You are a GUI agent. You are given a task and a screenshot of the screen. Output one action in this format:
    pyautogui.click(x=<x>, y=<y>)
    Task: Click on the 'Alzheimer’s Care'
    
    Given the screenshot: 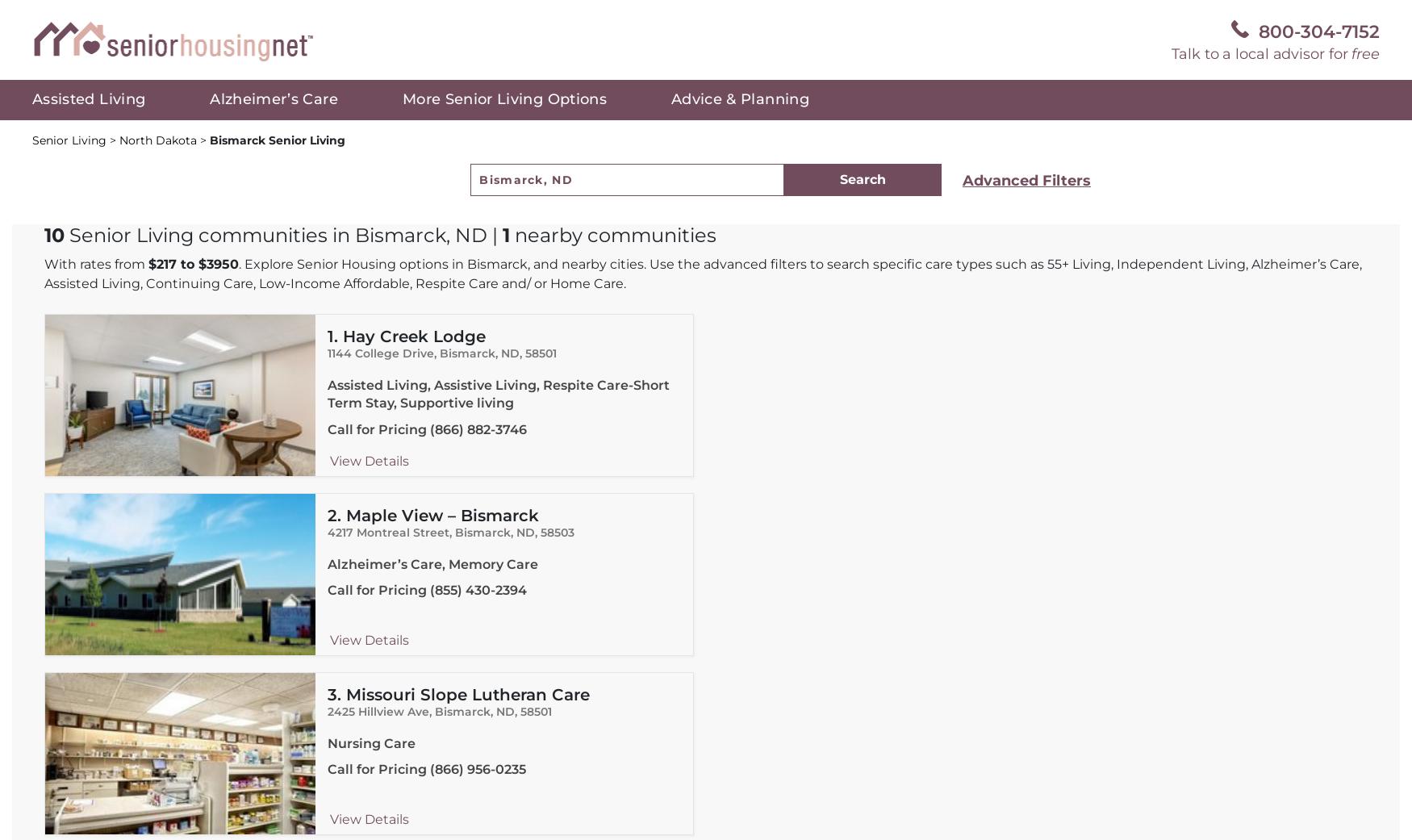 What is the action you would take?
    pyautogui.click(x=273, y=99)
    